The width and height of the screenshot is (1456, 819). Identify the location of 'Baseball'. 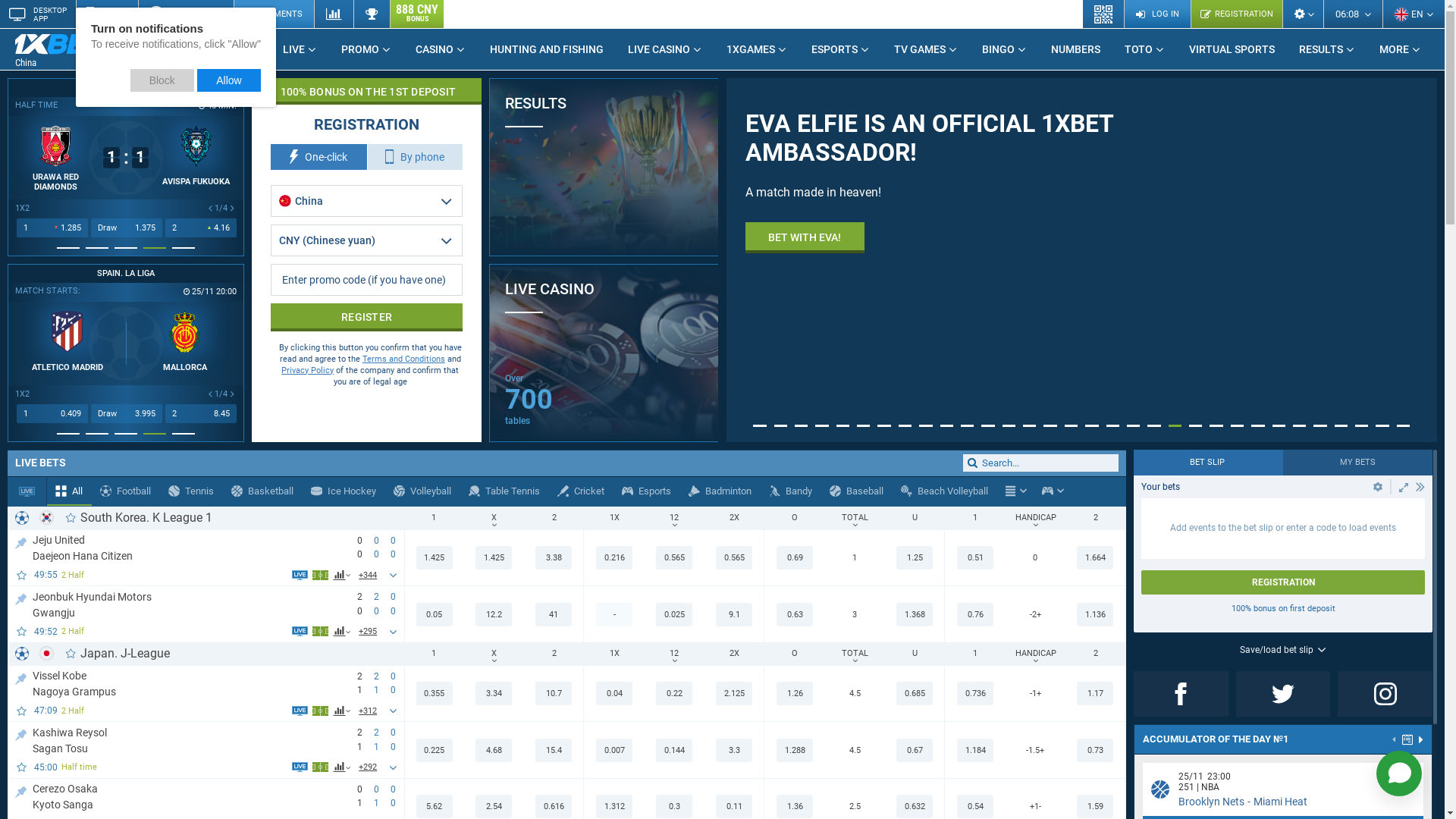
(856, 491).